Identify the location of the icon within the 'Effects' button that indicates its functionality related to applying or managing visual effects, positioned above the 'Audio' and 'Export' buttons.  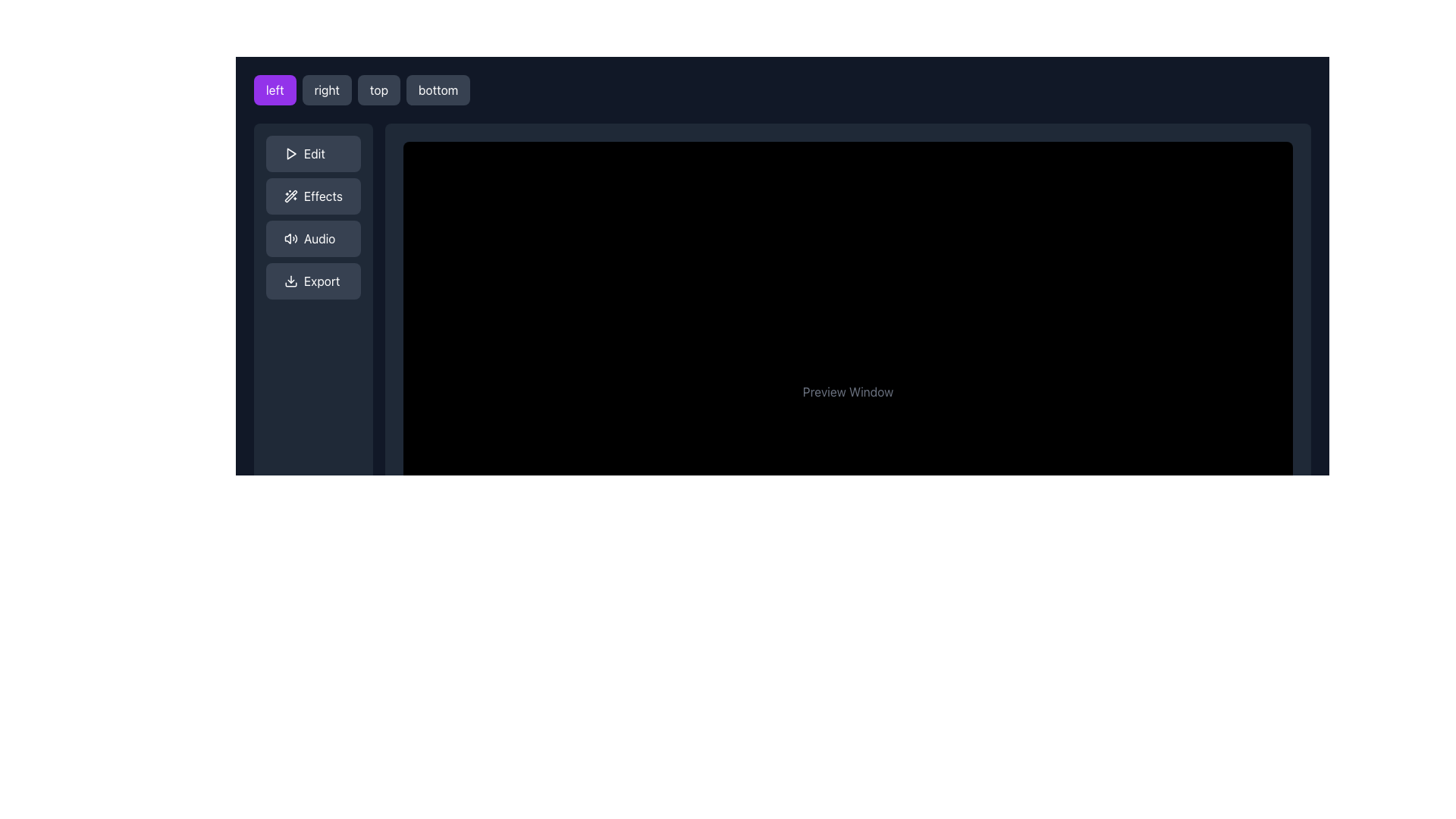
(291, 195).